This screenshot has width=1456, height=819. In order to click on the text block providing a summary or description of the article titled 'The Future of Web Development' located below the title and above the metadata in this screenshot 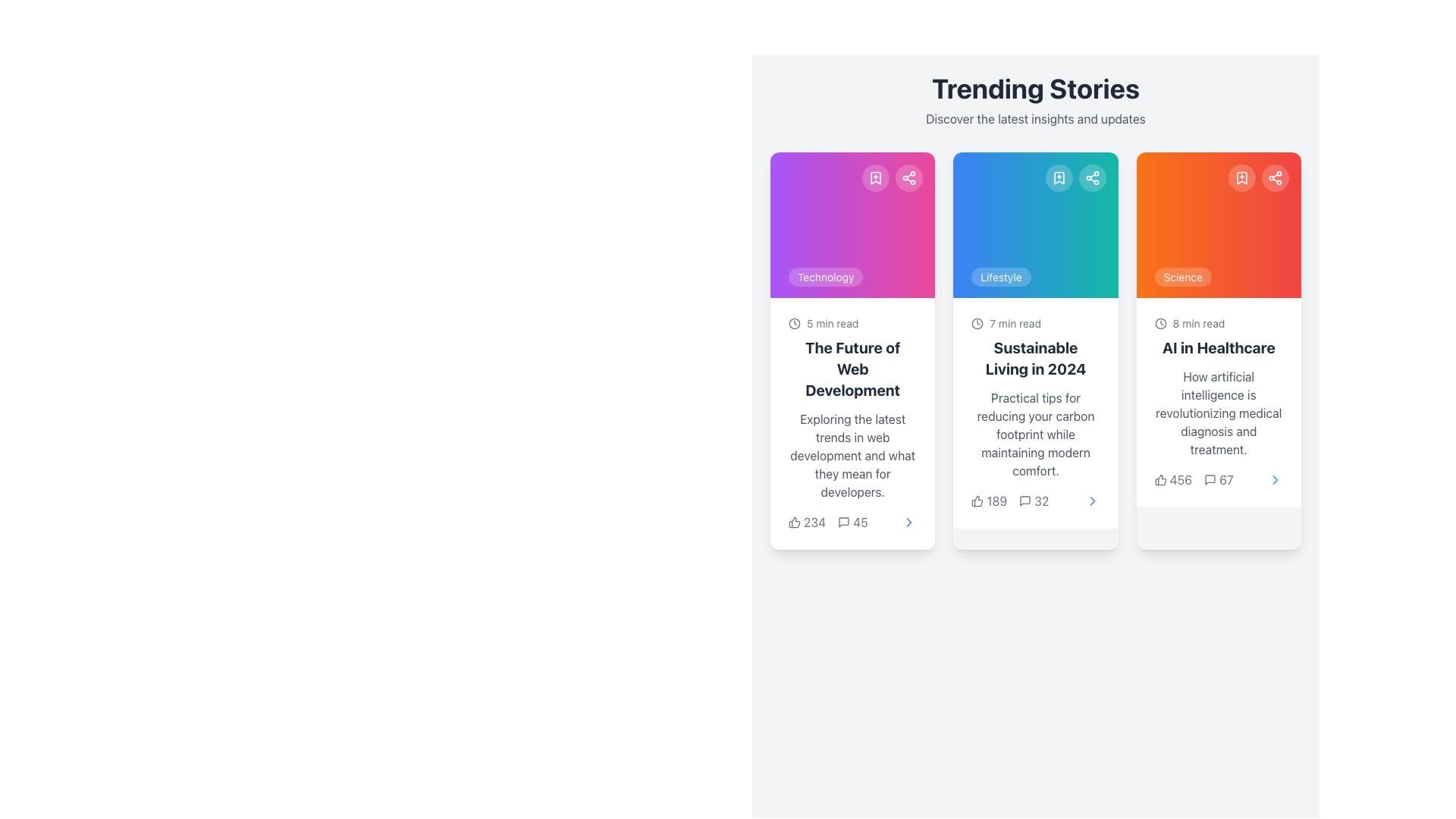, I will do `click(852, 455)`.